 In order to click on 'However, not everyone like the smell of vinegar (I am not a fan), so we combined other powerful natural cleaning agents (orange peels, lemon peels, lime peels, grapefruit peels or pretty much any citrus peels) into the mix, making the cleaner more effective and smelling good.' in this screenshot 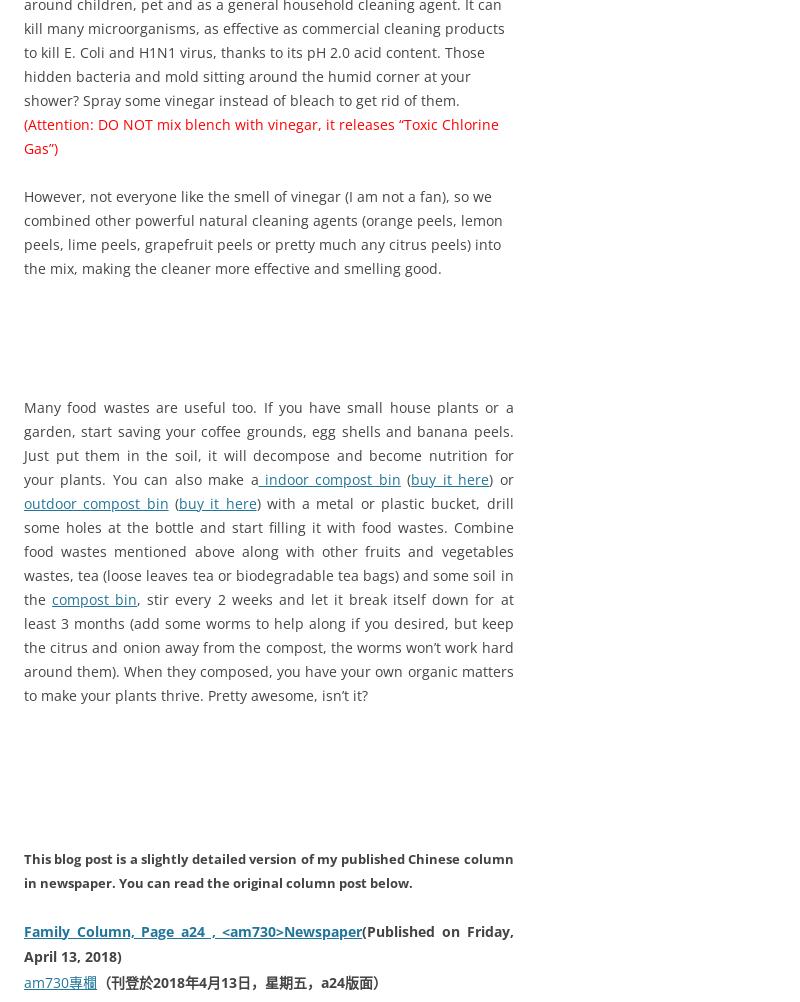, I will do `click(262, 231)`.